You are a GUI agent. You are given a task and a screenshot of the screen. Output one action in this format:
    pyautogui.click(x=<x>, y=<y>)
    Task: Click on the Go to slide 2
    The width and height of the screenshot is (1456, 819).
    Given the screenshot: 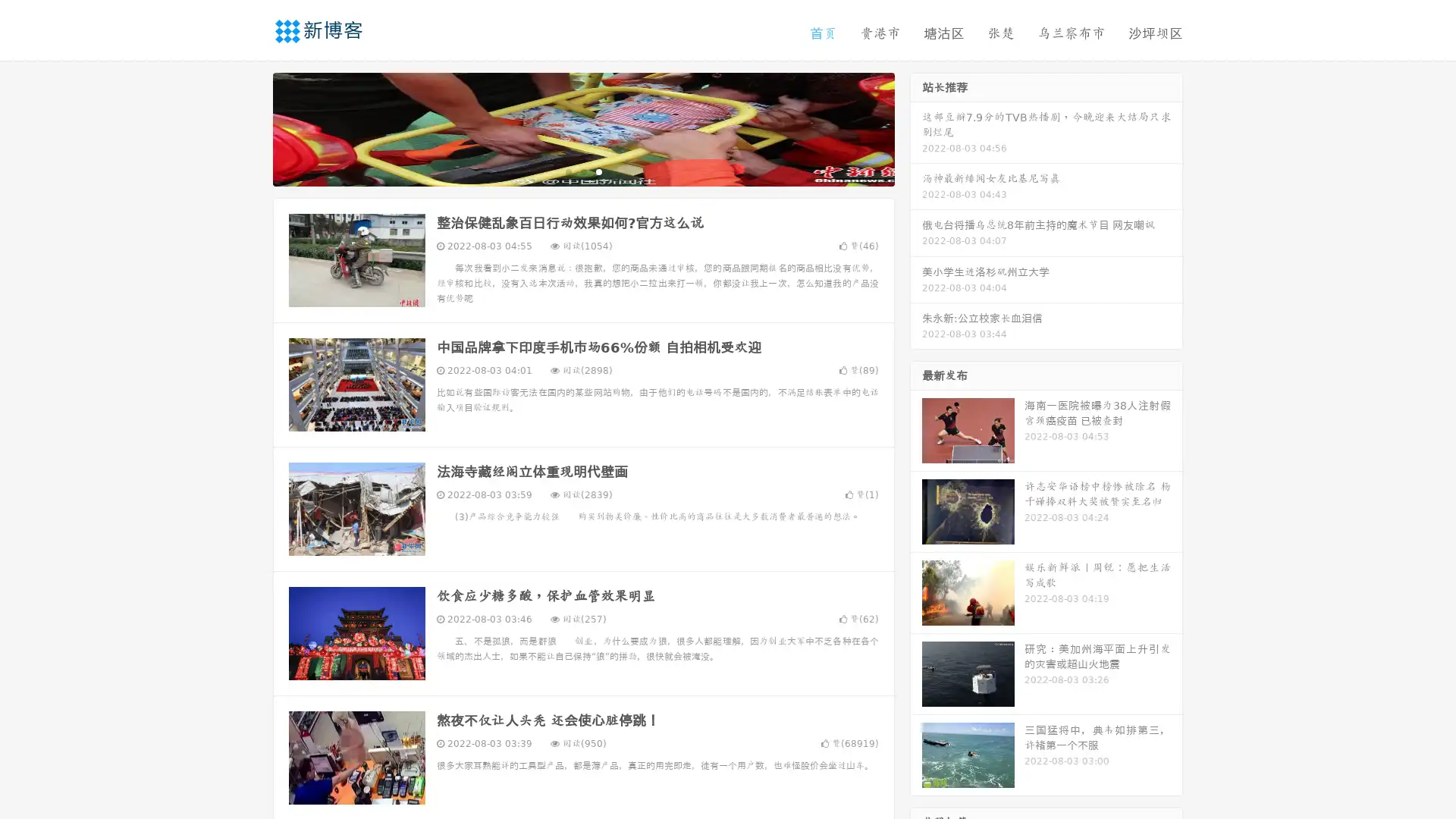 What is the action you would take?
    pyautogui.click(x=582, y=171)
    